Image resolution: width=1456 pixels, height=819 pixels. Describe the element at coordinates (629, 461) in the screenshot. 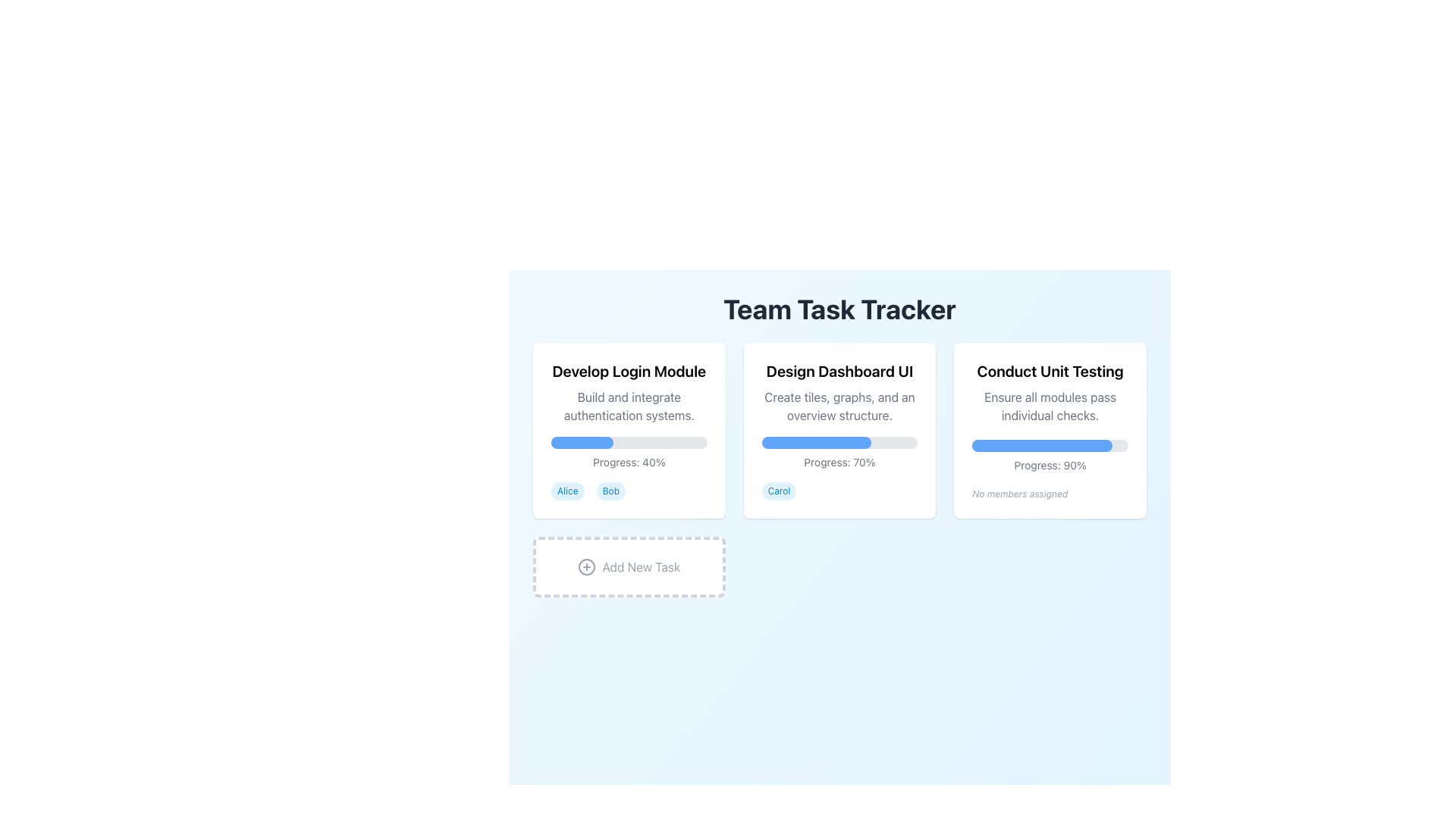

I see `progress percentage from the text label located beneath the progress bar in the leftmost card of the 'Team Task Tracker' section` at that location.